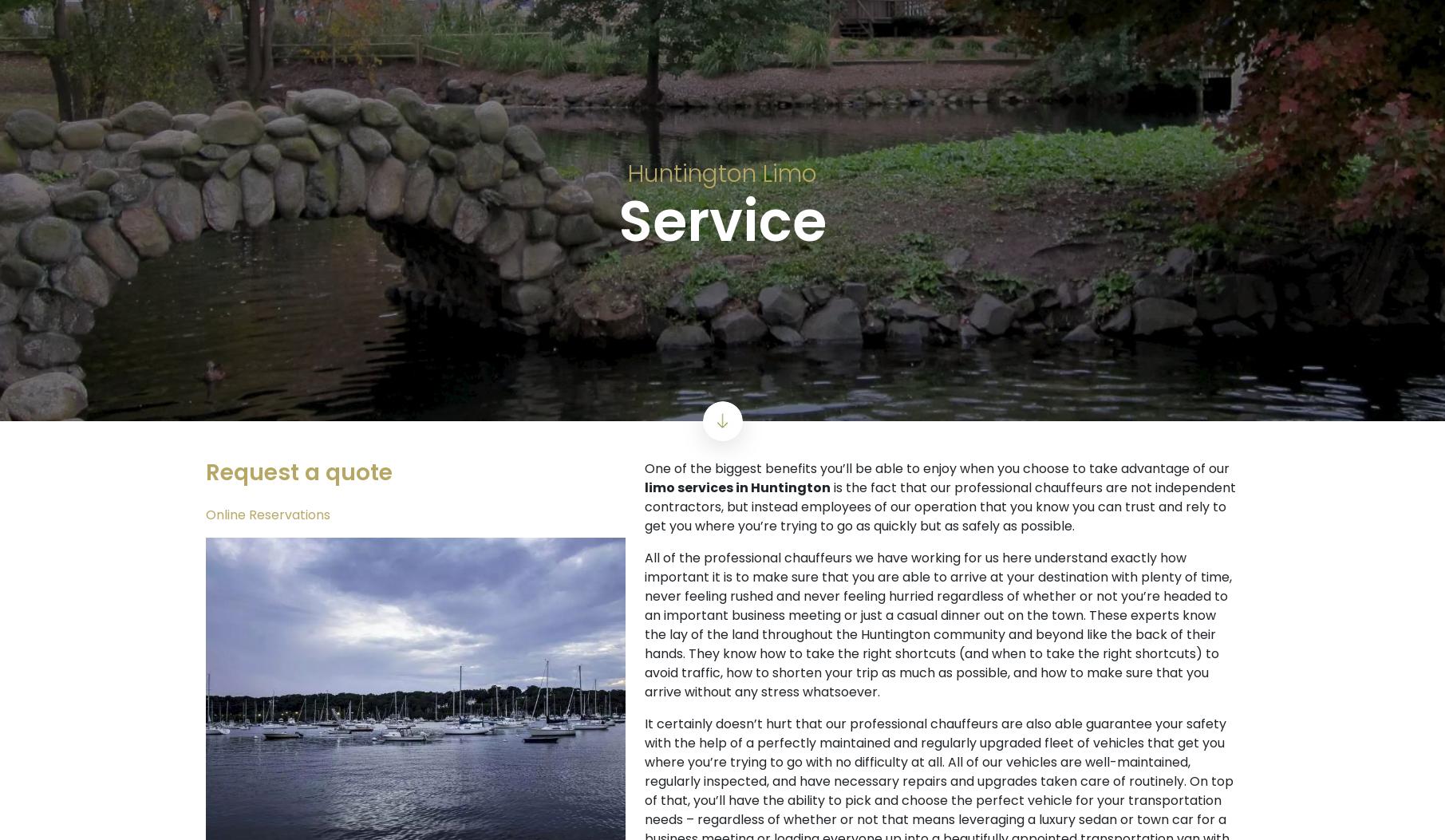 The height and width of the screenshot is (840, 1445). I want to click on 'Suffolk County Airport Car Service', so click(722, 779).